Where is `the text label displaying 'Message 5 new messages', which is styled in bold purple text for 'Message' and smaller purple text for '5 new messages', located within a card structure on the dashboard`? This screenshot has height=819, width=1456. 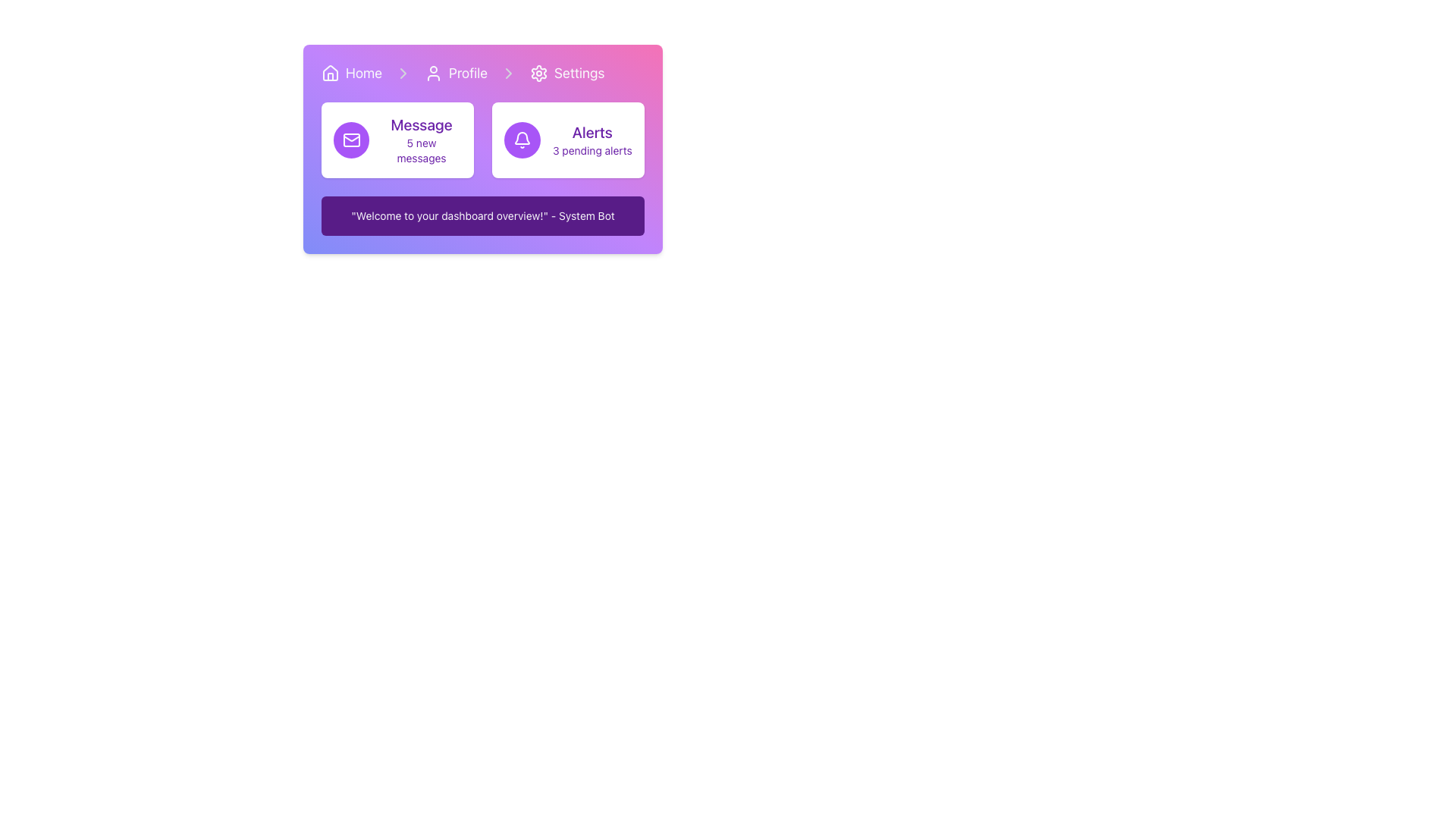
the text label displaying 'Message 5 new messages', which is styled in bold purple text for 'Message' and smaller purple text for '5 new messages', located within a card structure on the dashboard is located at coordinates (422, 140).